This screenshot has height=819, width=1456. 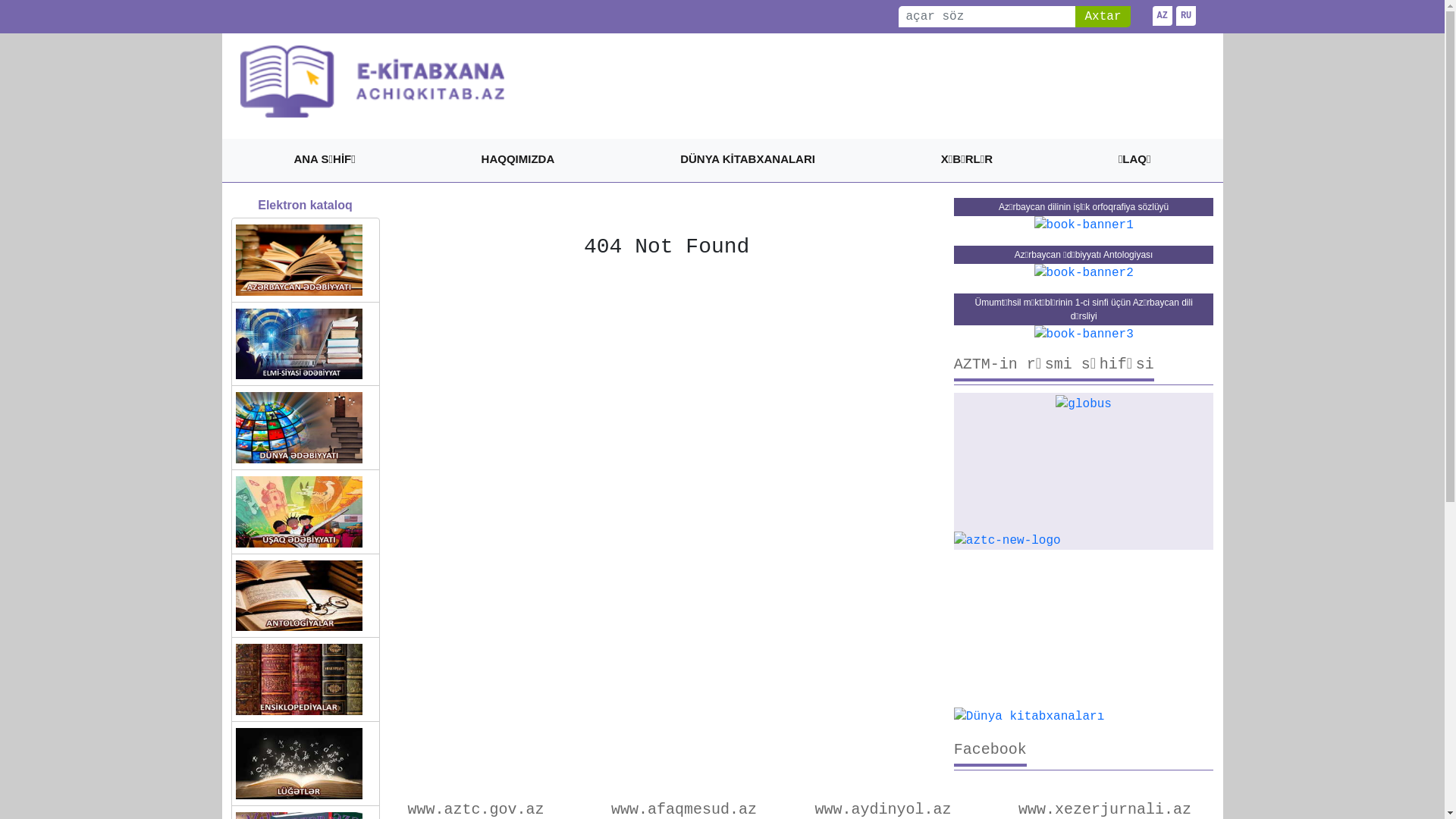 What do you see at coordinates (518, 161) in the screenshot?
I see `'HAQQIMIZDA'` at bounding box center [518, 161].